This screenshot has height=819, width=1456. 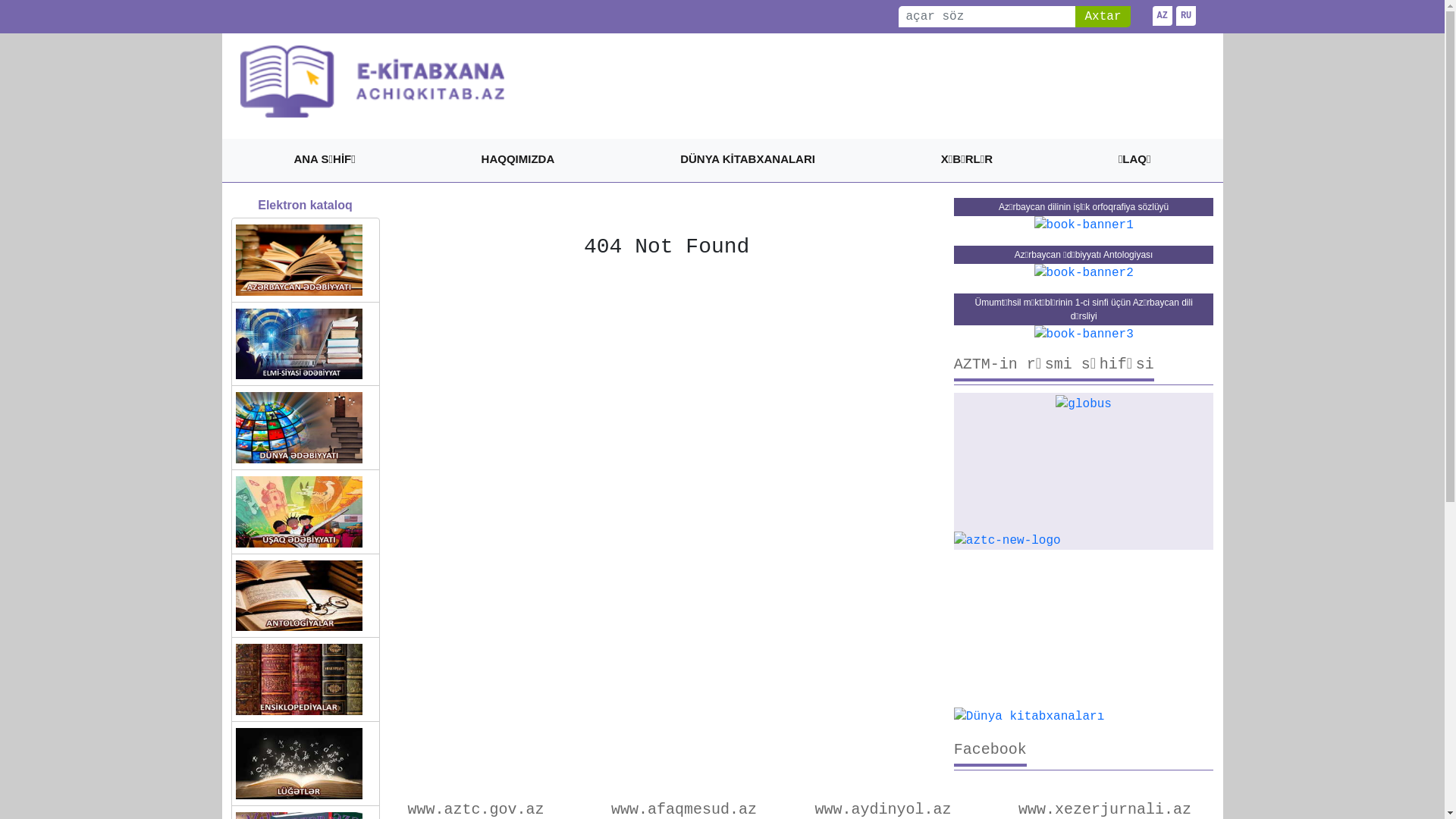 What do you see at coordinates (518, 161) in the screenshot?
I see `'HAQQIMIZDA'` at bounding box center [518, 161].